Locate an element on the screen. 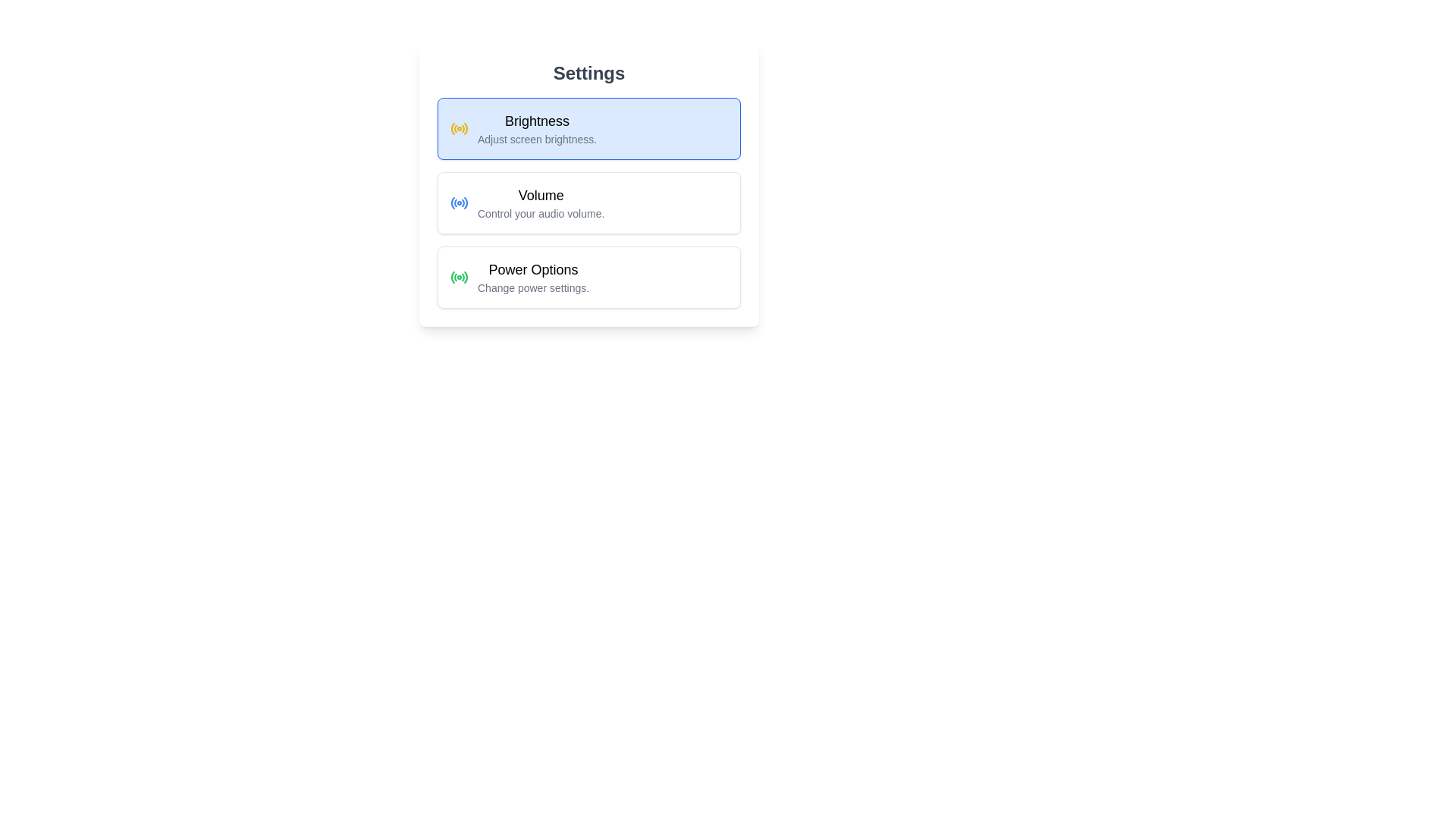  the Text Display Panel that introduces the setting for adjusting audio volume, which is the second item in the vertical list of settings options is located at coordinates (541, 202).